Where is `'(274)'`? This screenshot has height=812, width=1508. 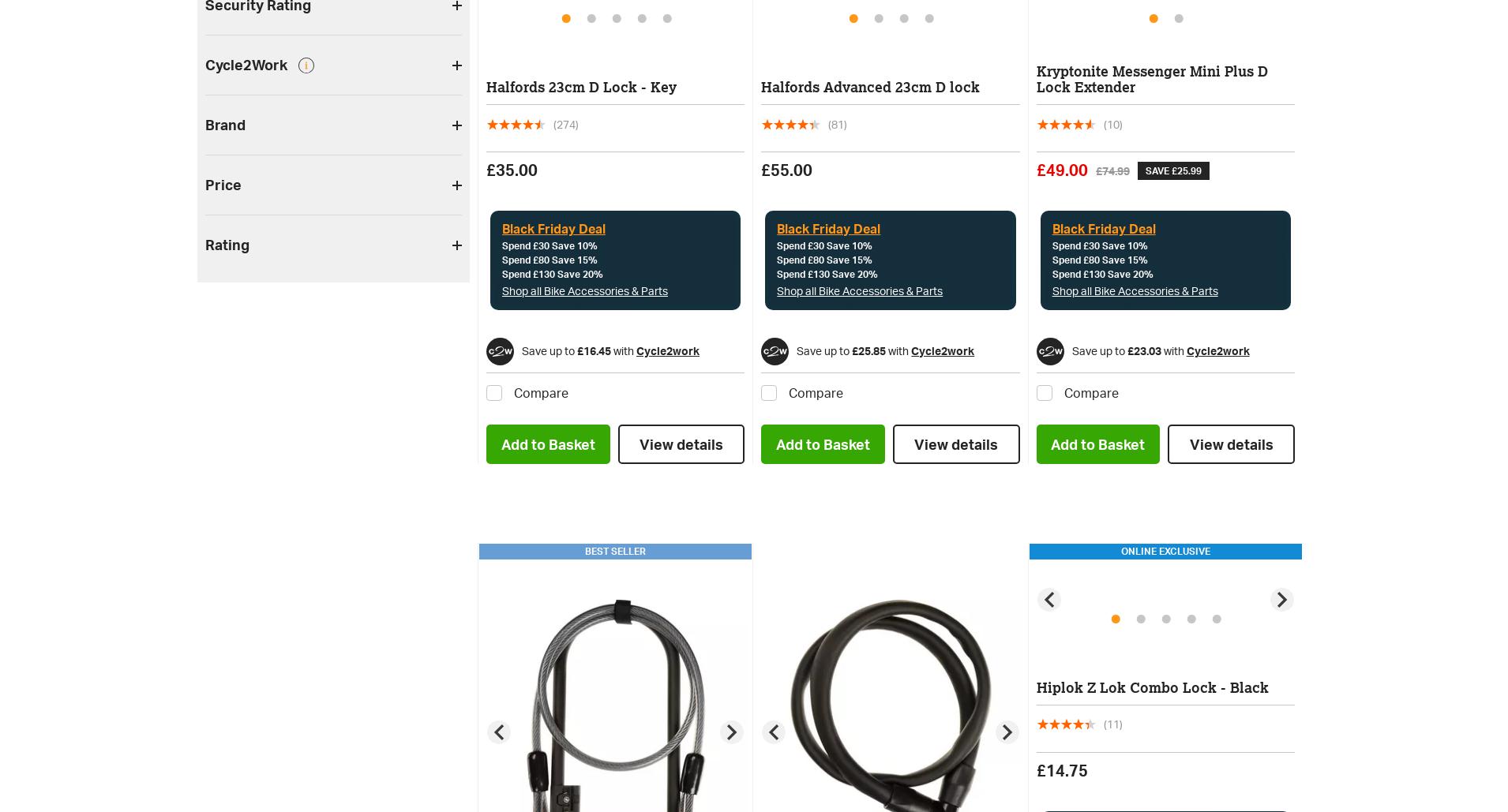
'(274)' is located at coordinates (552, 123).